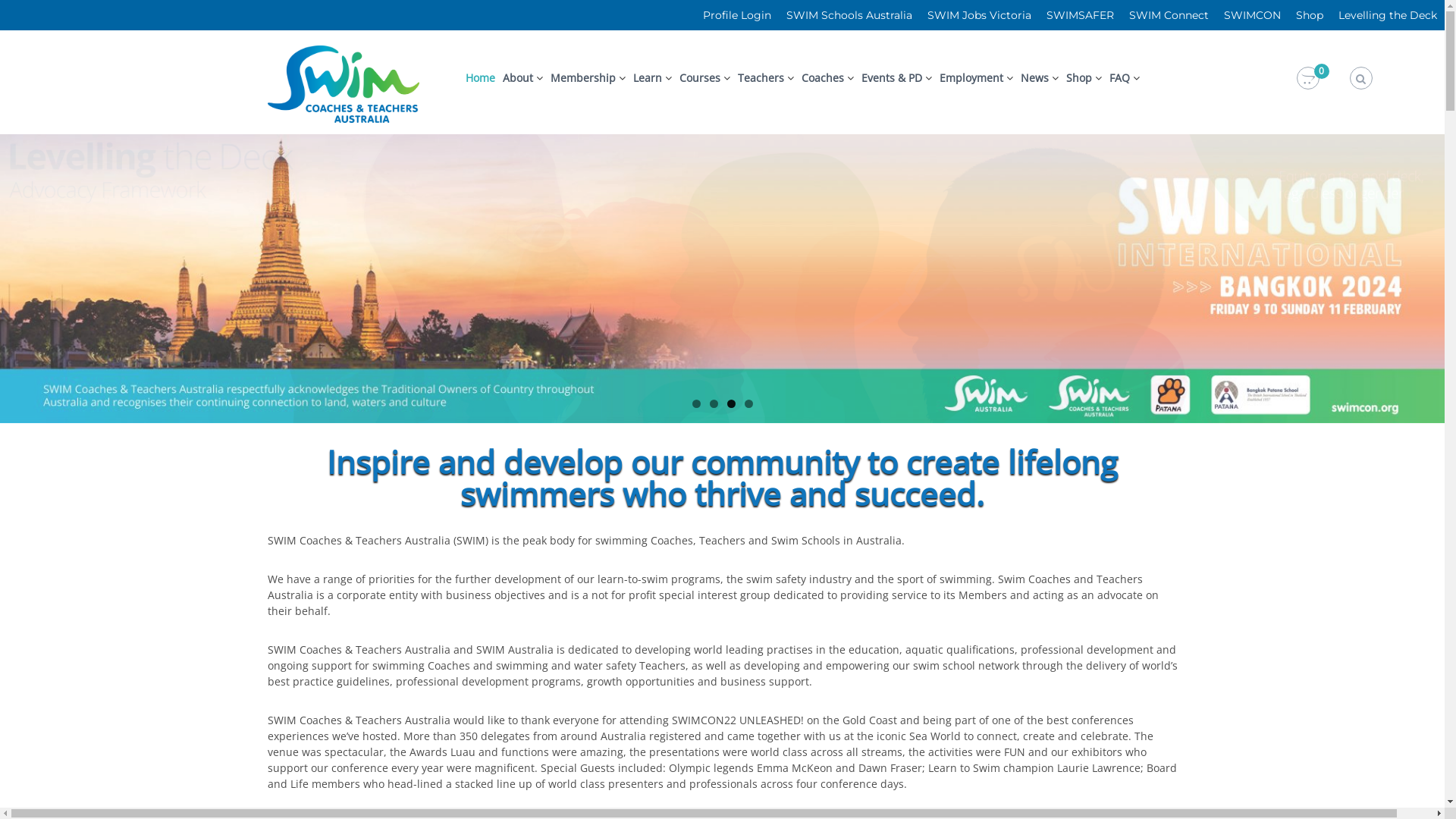 The height and width of the screenshot is (819, 1456). What do you see at coordinates (821, 77) in the screenshot?
I see `'Coaches'` at bounding box center [821, 77].